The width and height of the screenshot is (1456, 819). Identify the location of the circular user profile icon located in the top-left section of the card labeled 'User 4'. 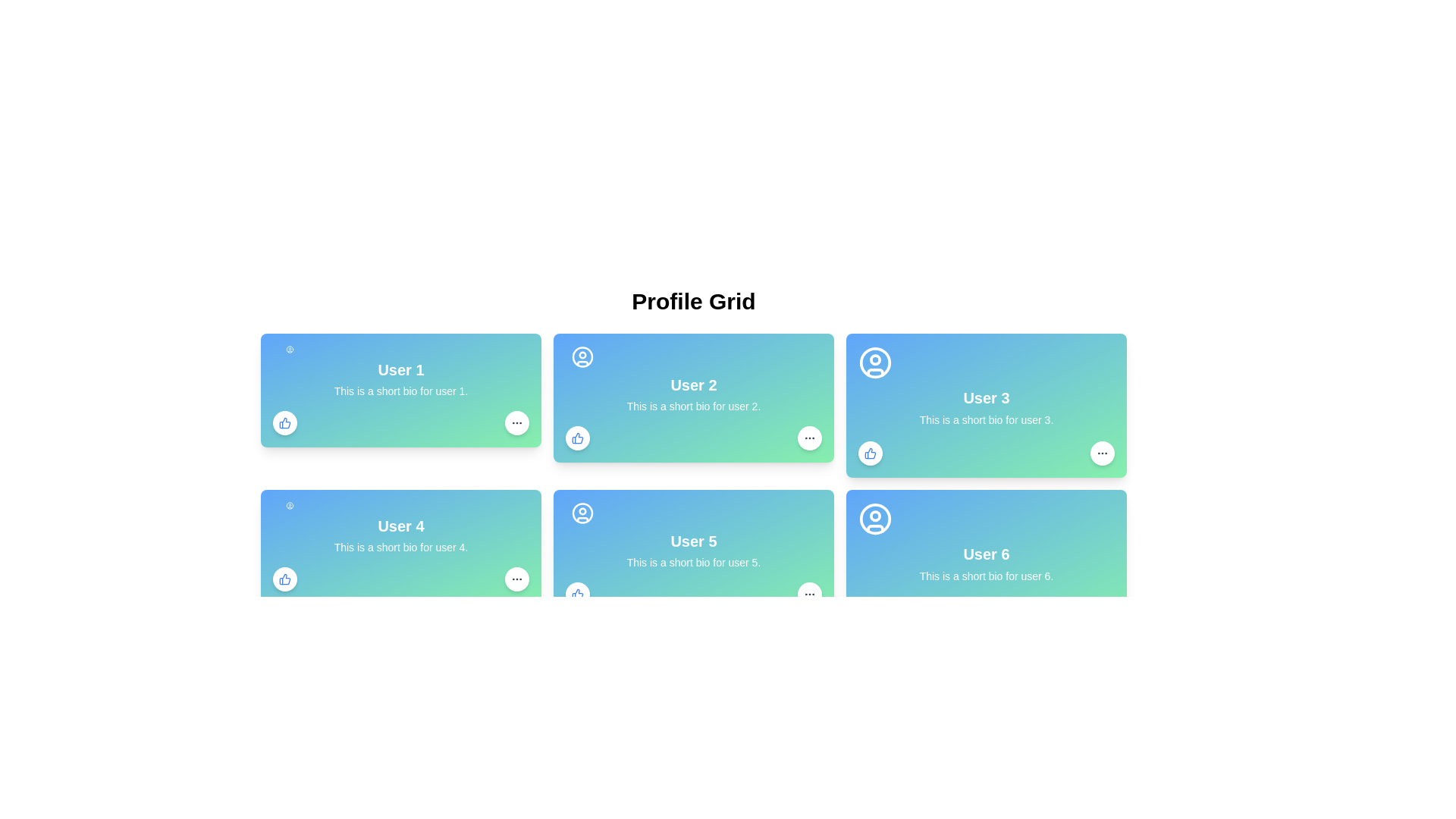
(290, 506).